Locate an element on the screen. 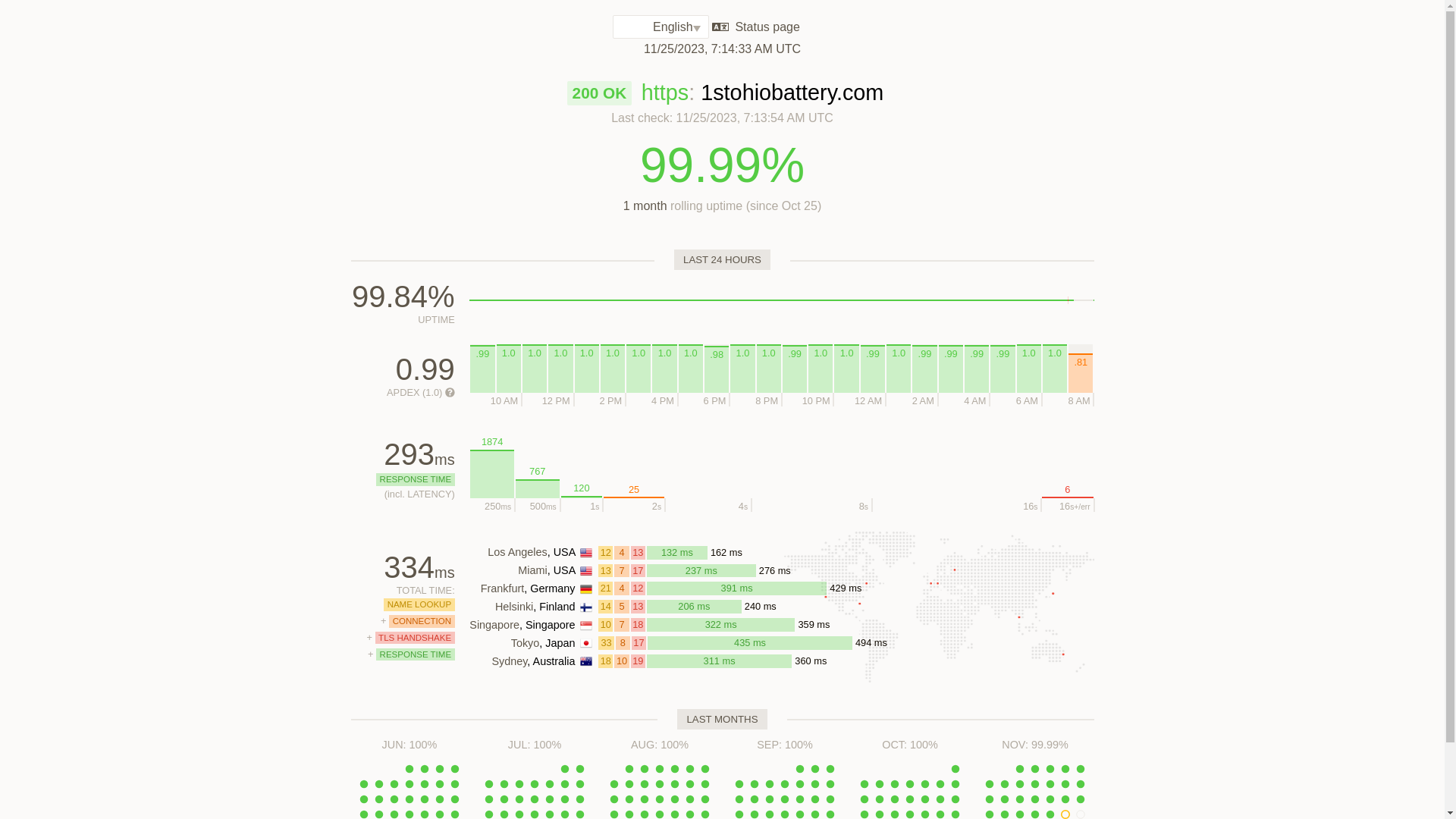  '<small>Sep 12:</small> No downtime' is located at coordinates (754, 798).